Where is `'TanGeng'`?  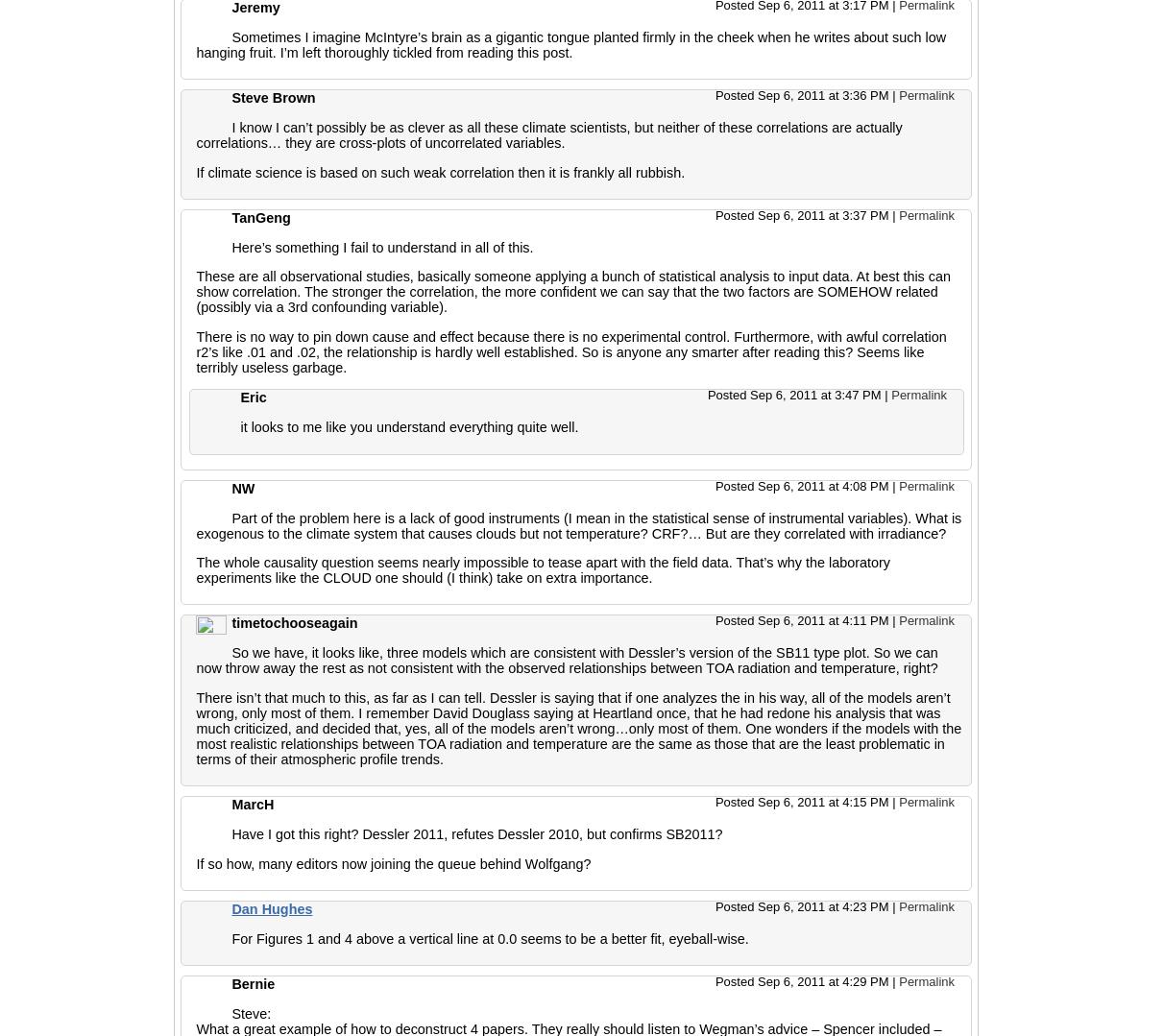 'TanGeng' is located at coordinates (260, 217).